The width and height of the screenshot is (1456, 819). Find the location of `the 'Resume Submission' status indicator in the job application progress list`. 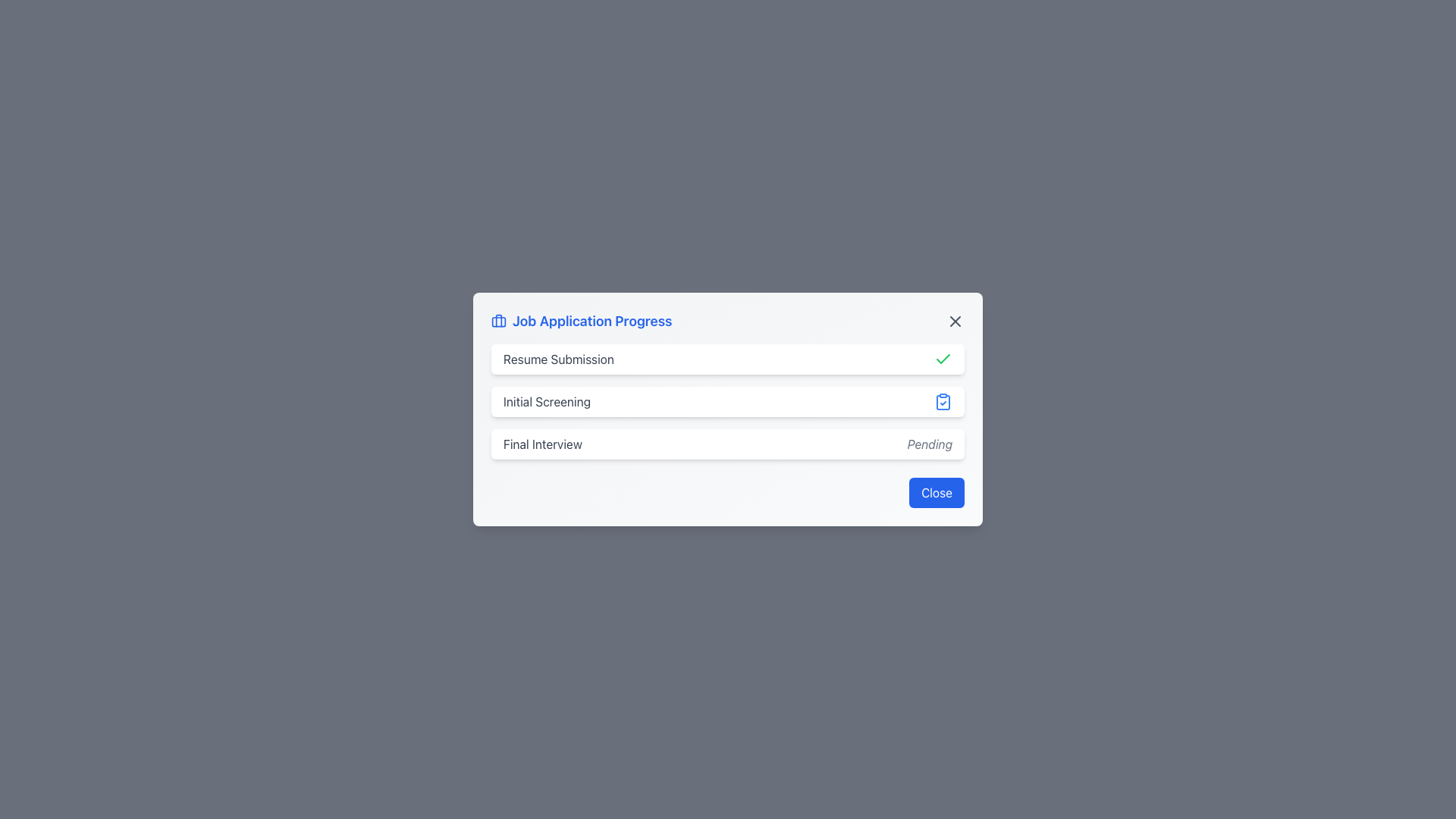

the 'Resume Submission' status indicator in the job application progress list is located at coordinates (728, 359).